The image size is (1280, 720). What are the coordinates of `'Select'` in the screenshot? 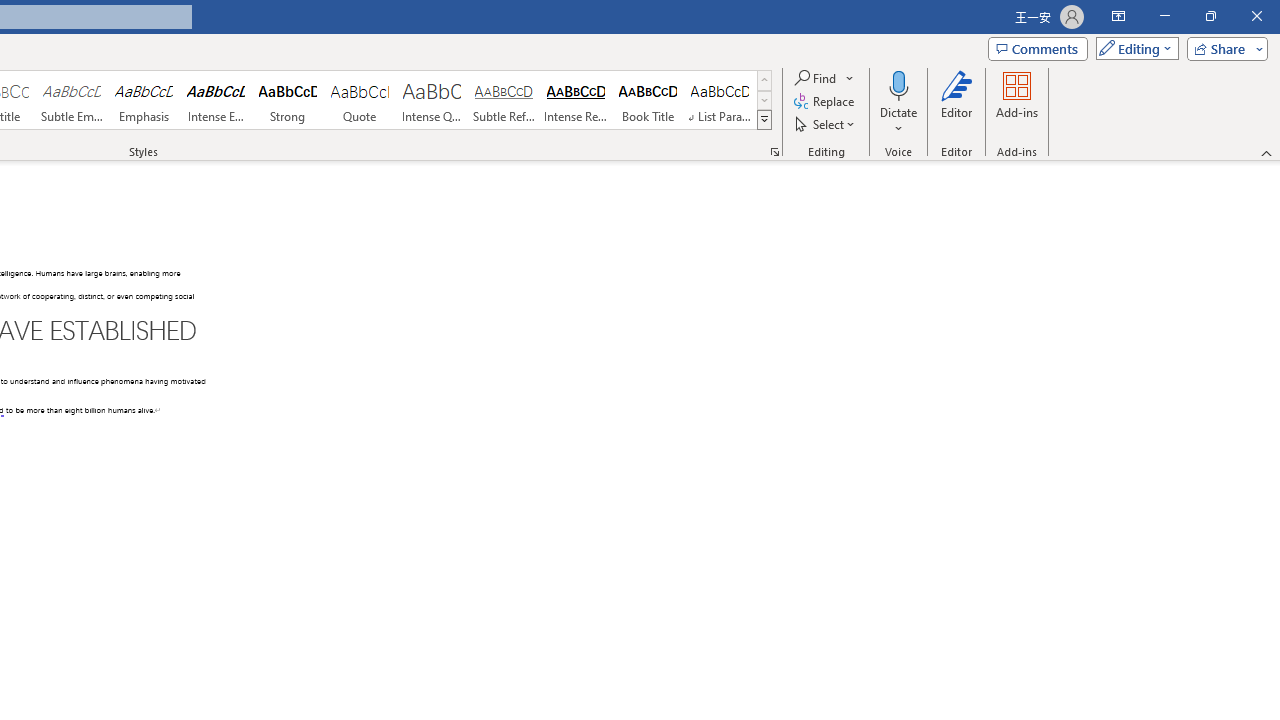 It's located at (826, 124).